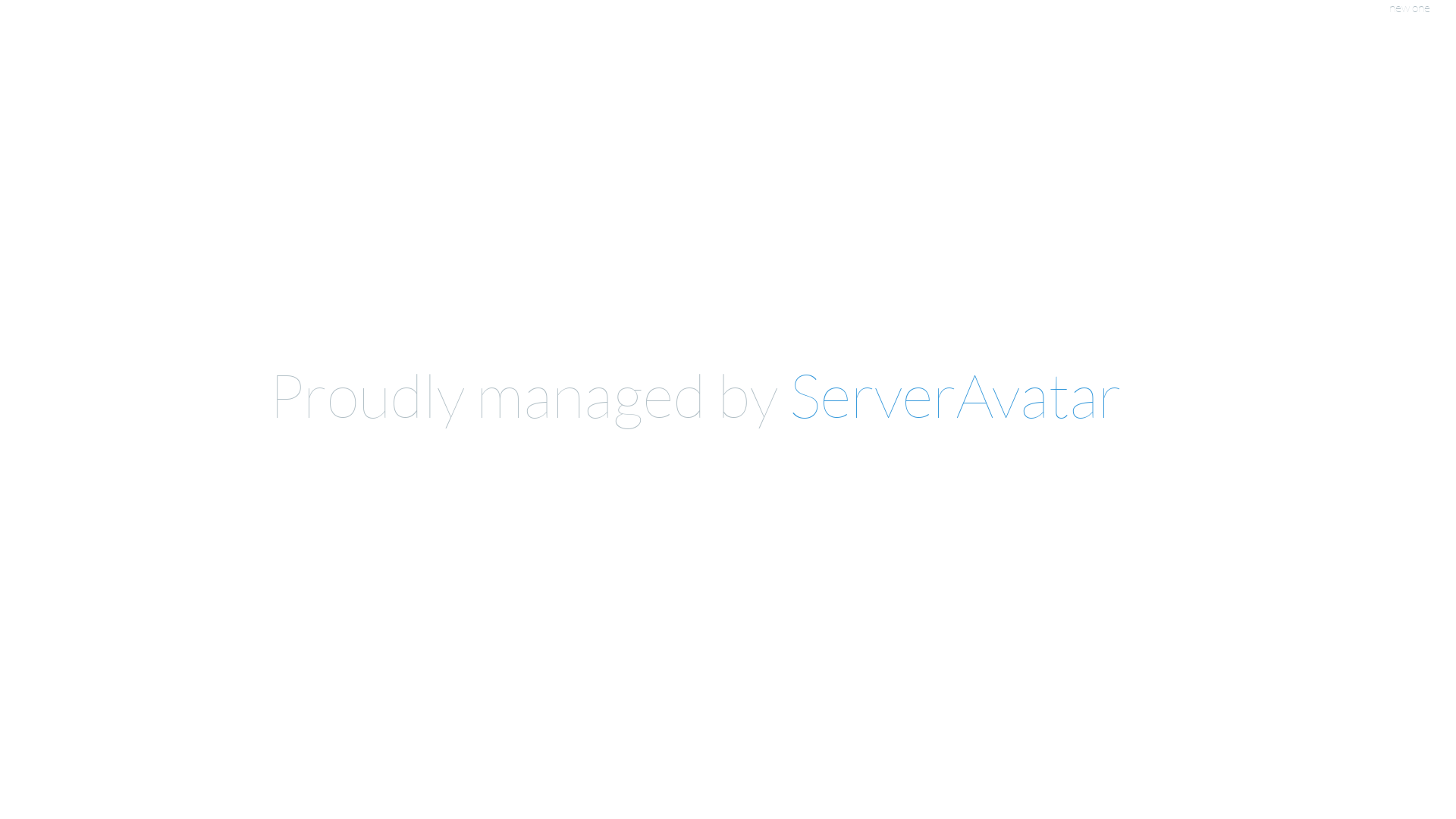  What do you see at coordinates (954, 394) in the screenshot?
I see `'ServerAvatar'` at bounding box center [954, 394].